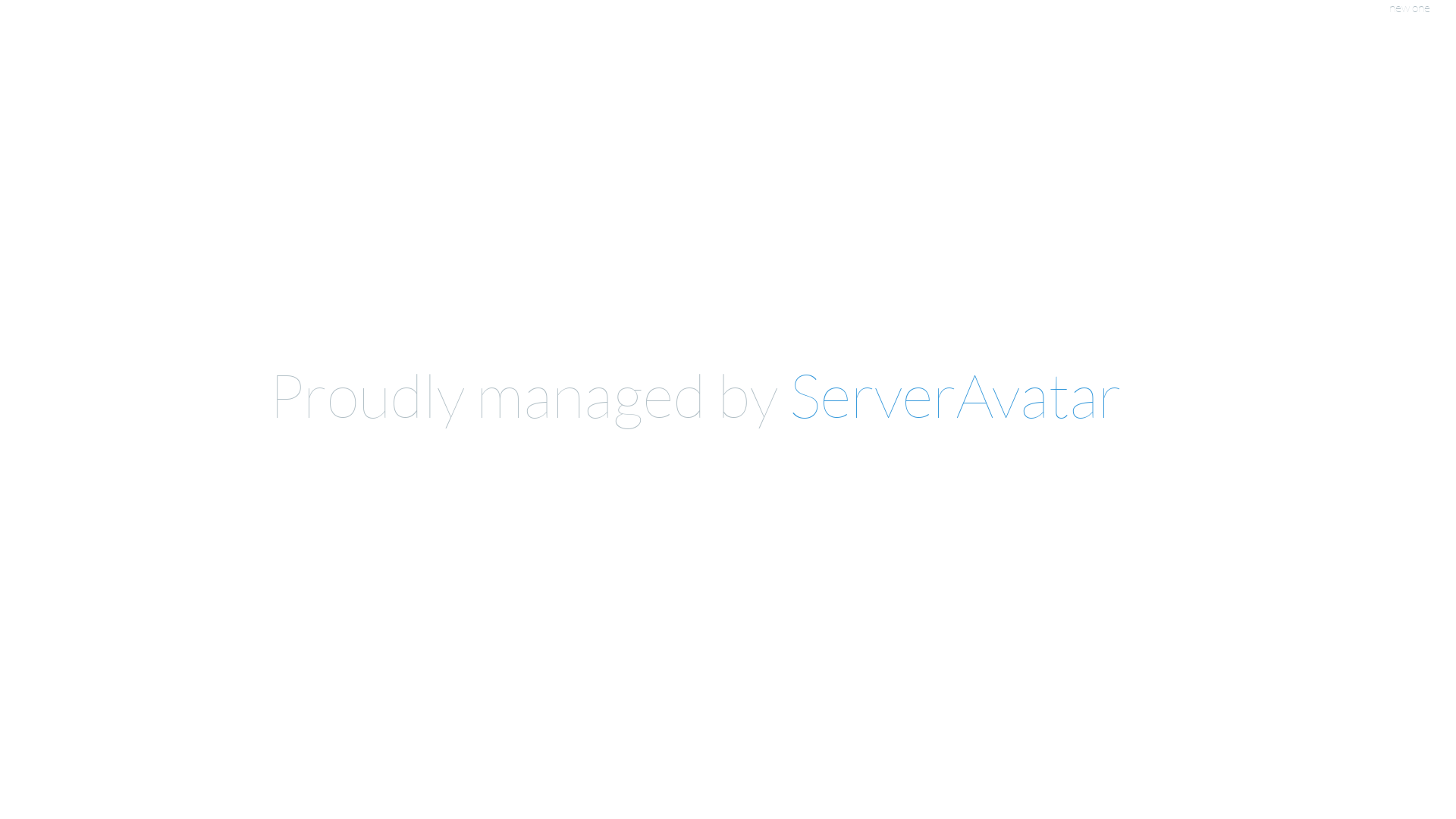  What do you see at coordinates (954, 394) in the screenshot?
I see `'ServerAvatar'` at bounding box center [954, 394].